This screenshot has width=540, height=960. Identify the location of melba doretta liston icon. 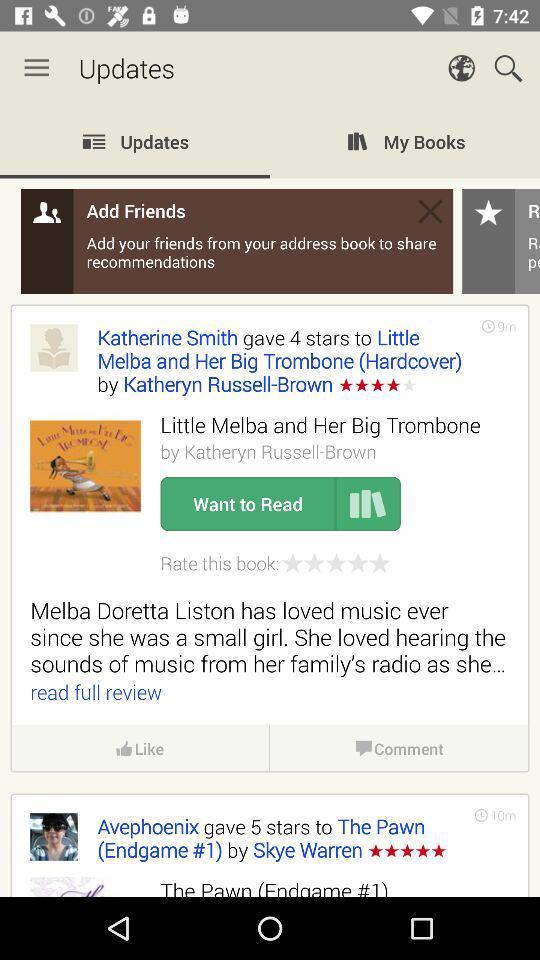
(270, 636).